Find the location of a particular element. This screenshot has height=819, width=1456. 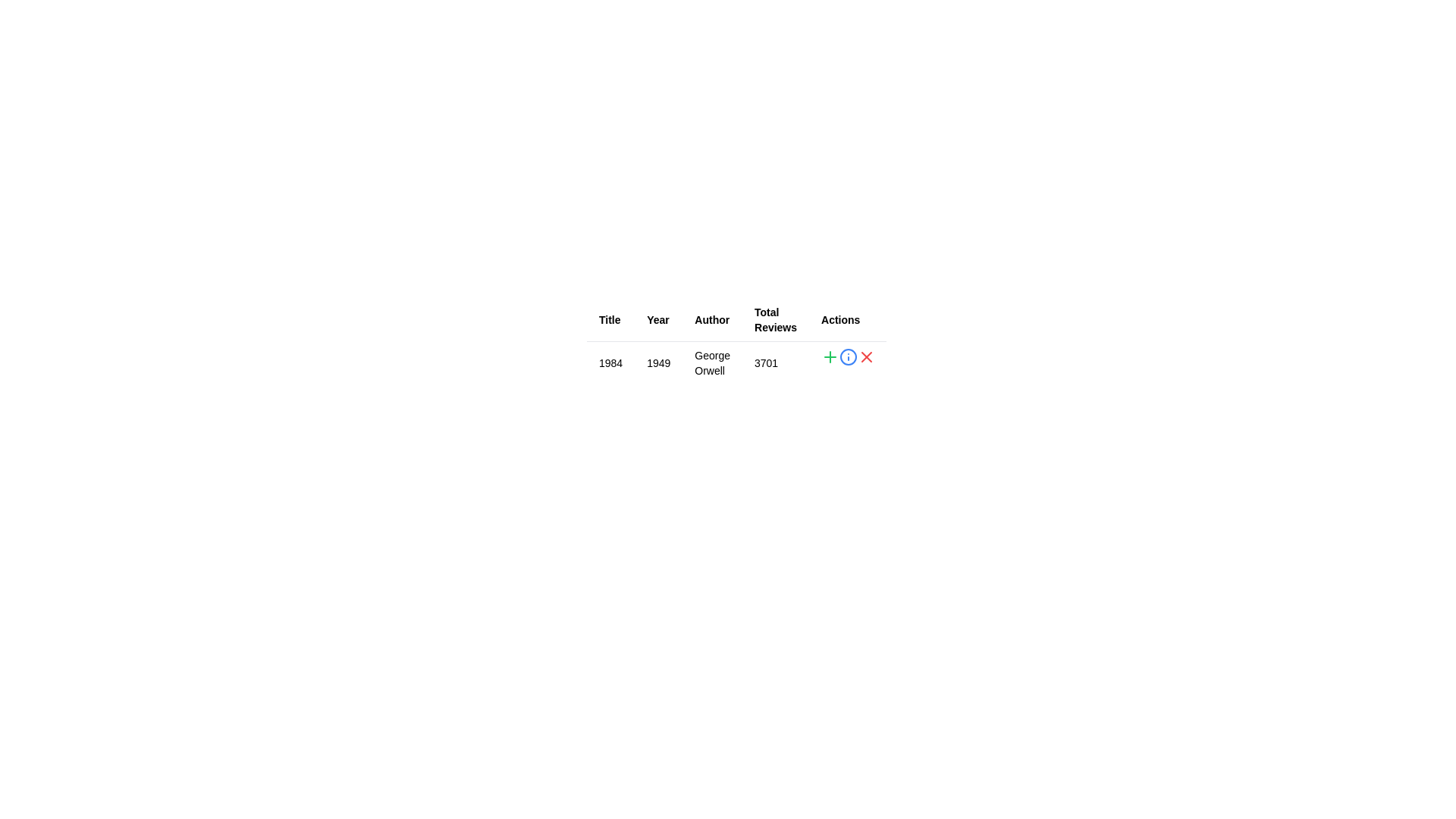

the Text label that corresponds to the years column, which is located between 'Title' and 'Author' in the header row of the table is located at coordinates (658, 319).